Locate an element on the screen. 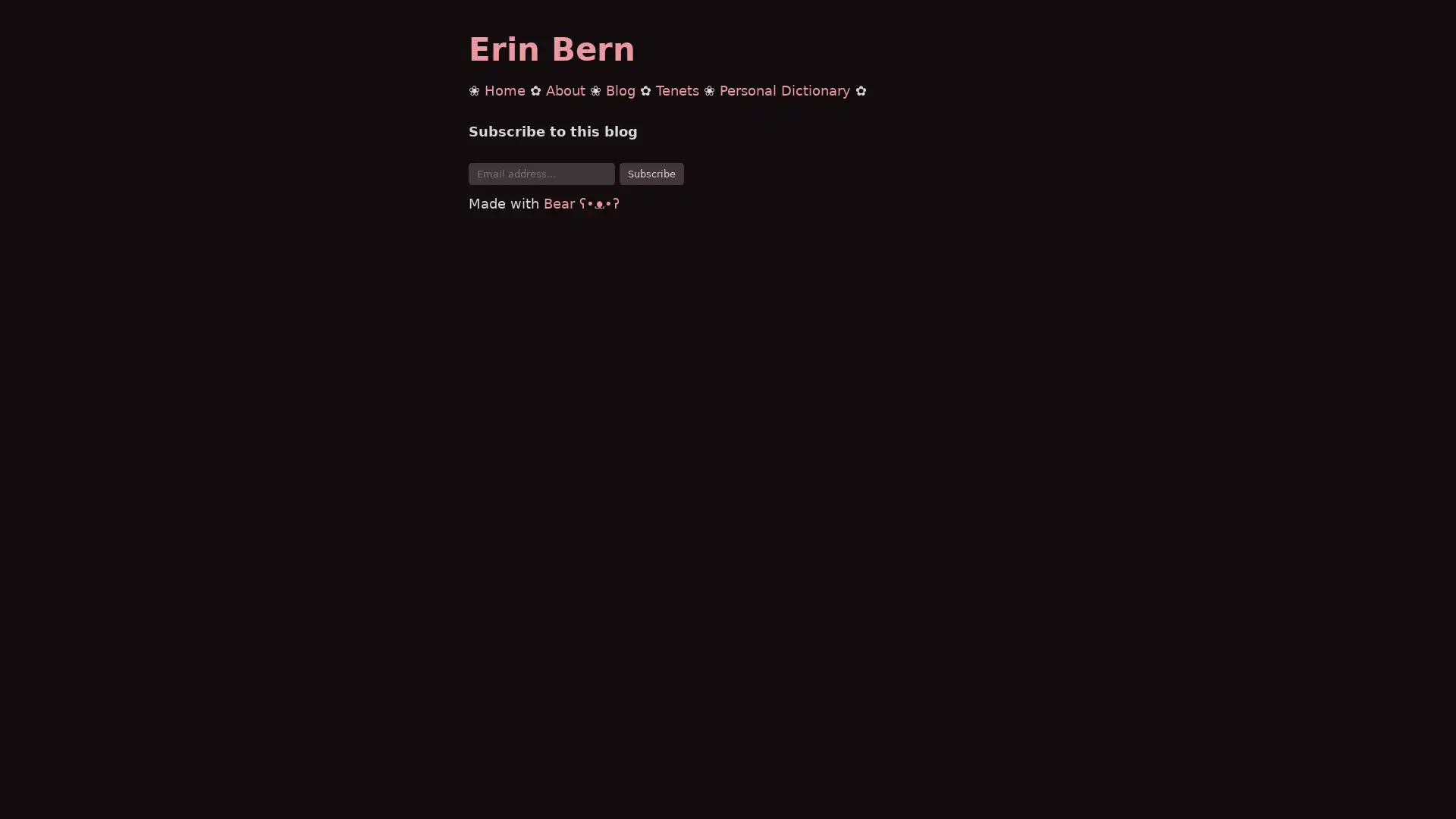 Image resolution: width=1456 pixels, height=819 pixels. Subscribe is located at coordinates (651, 172).